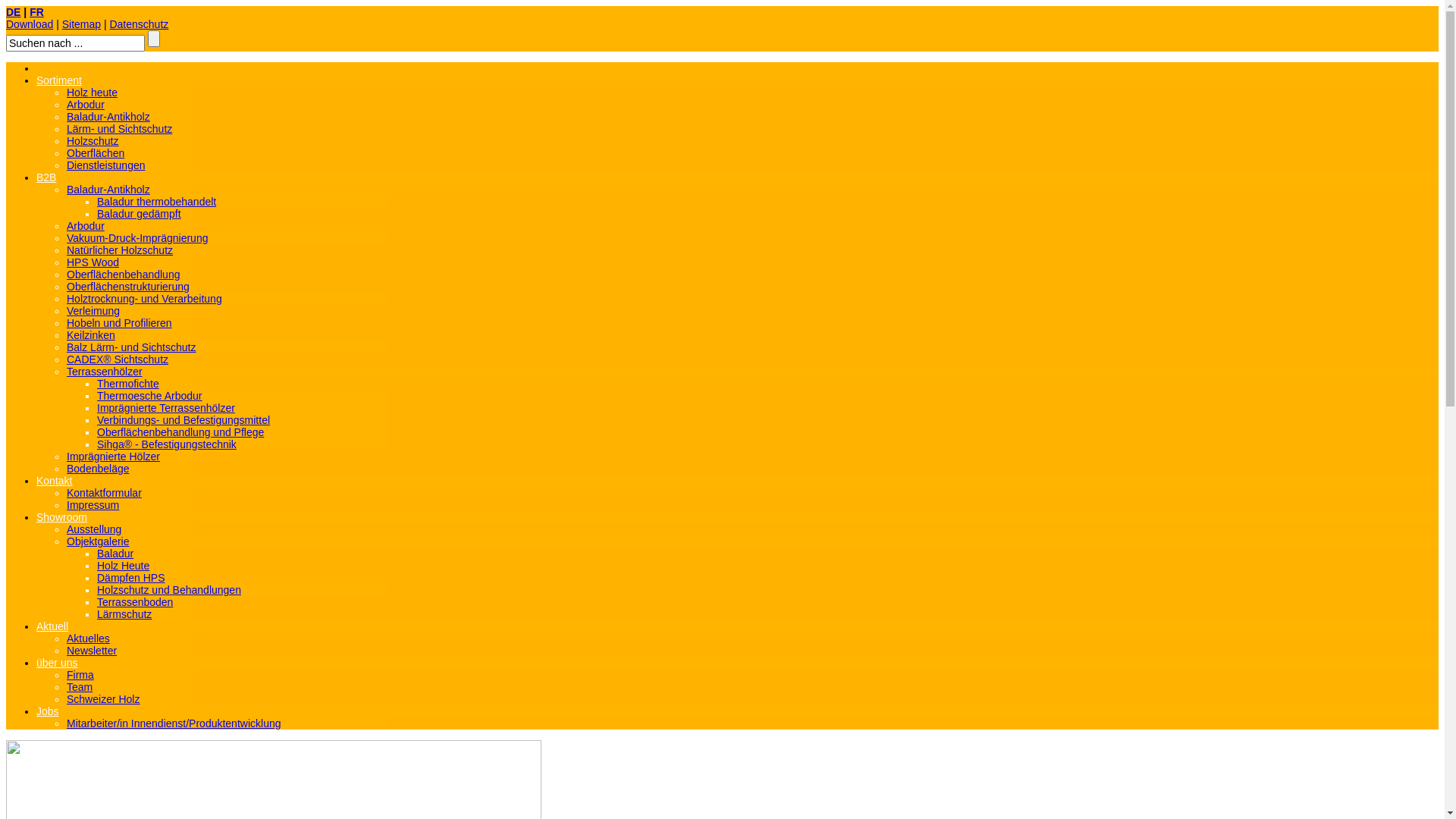 Image resolution: width=1456 pixels, height=819 pixels. What do you see at coordinates (123, 565) in the screenshot?
I see `'Holz Heute'` at bounding box center [123, 565].